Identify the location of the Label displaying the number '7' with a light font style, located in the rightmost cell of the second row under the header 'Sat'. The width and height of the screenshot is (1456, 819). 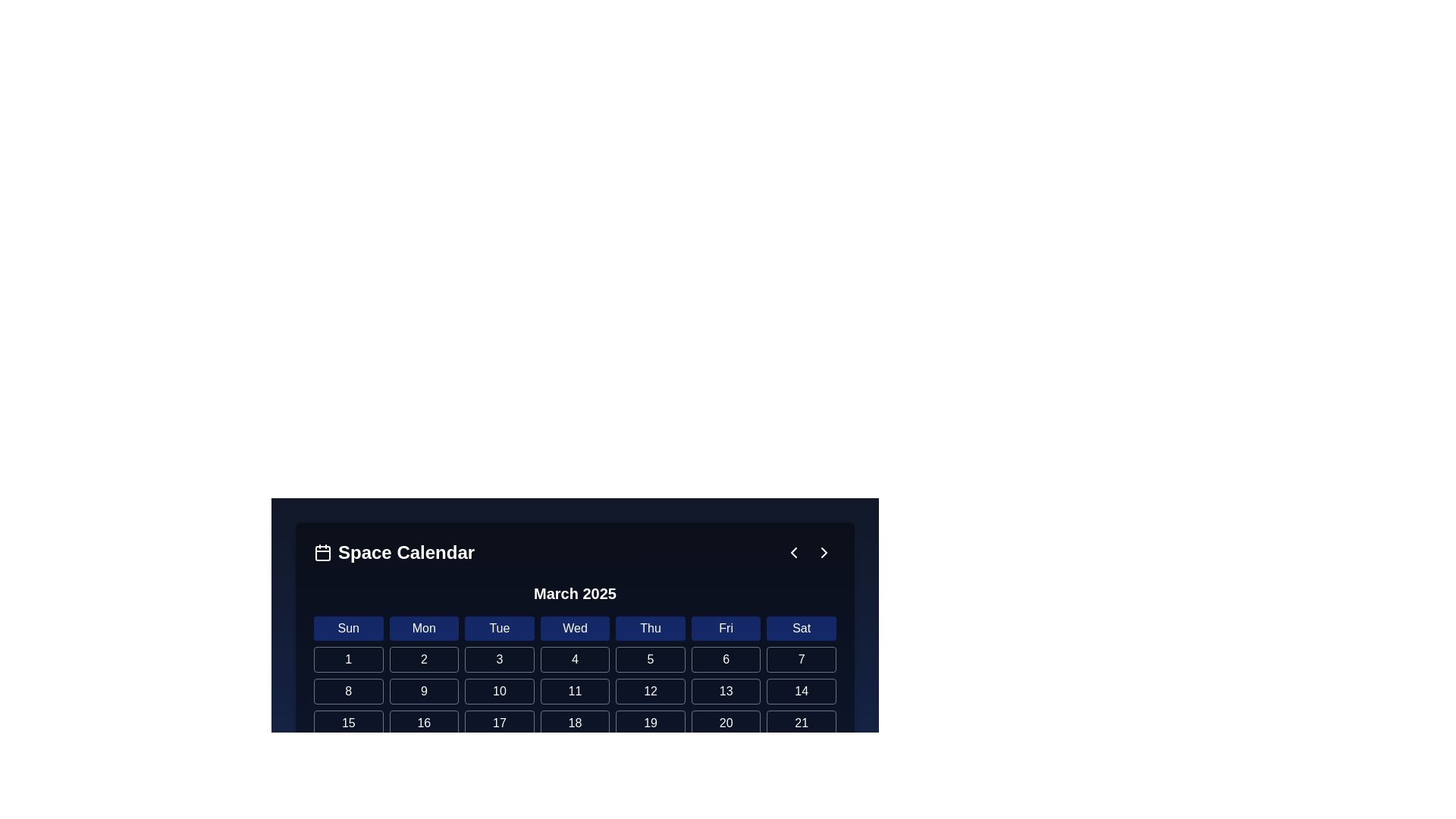
(801, 659).